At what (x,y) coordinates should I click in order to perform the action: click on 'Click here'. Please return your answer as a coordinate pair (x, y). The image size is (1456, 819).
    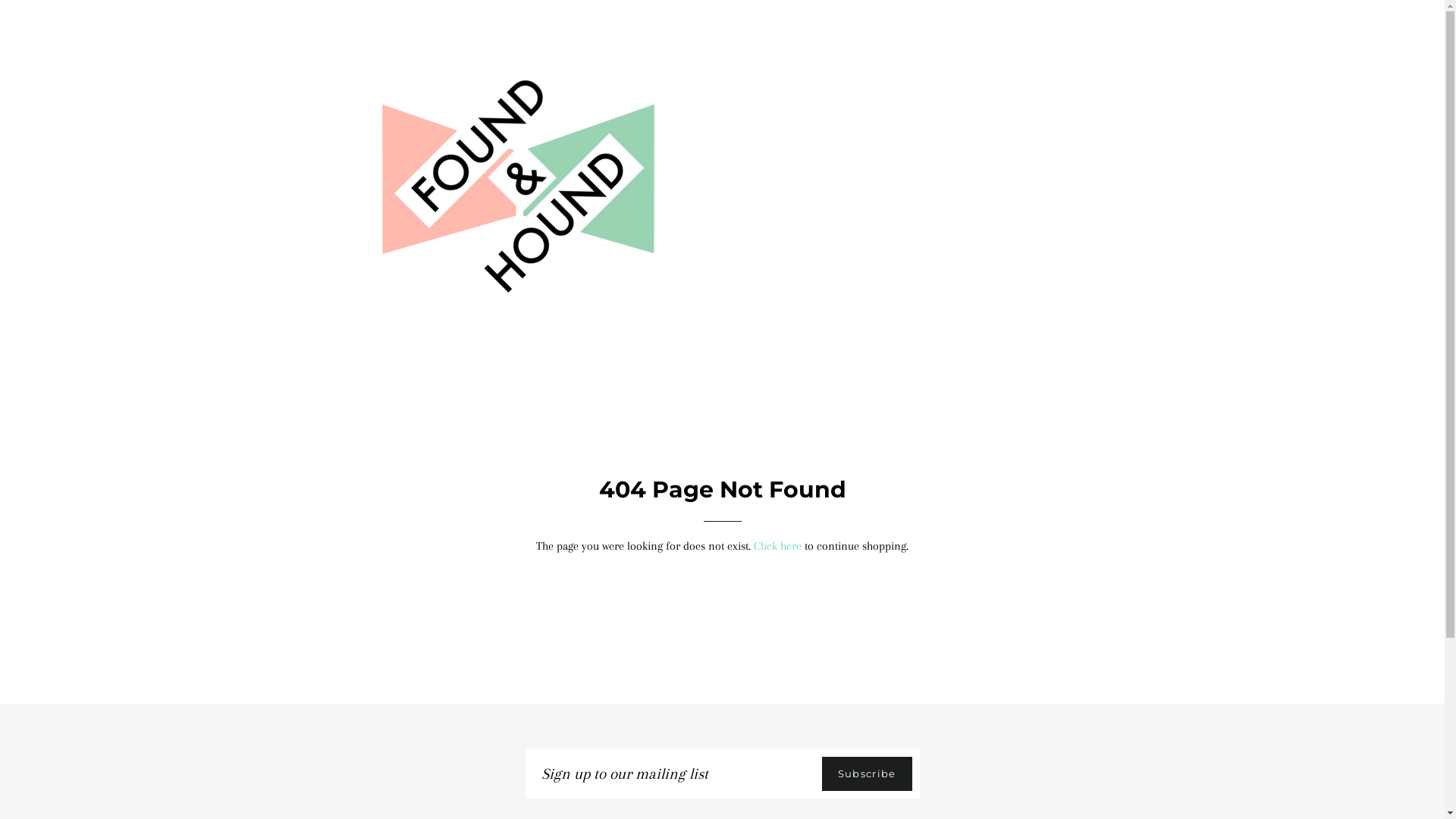
    Looking at the image, I should click on (777, 546).